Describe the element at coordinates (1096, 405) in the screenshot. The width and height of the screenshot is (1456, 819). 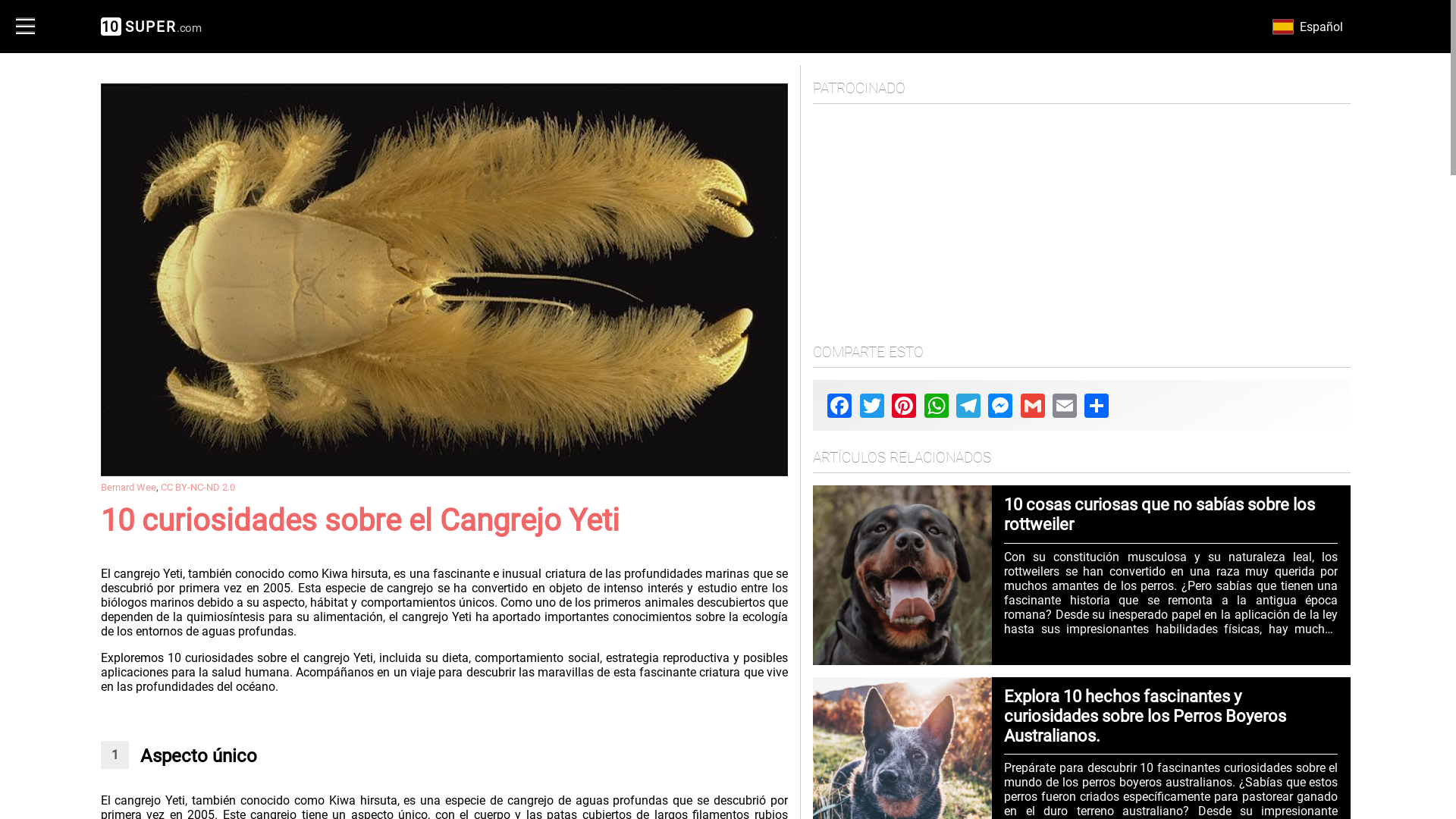
I see `'Share'` at that location.